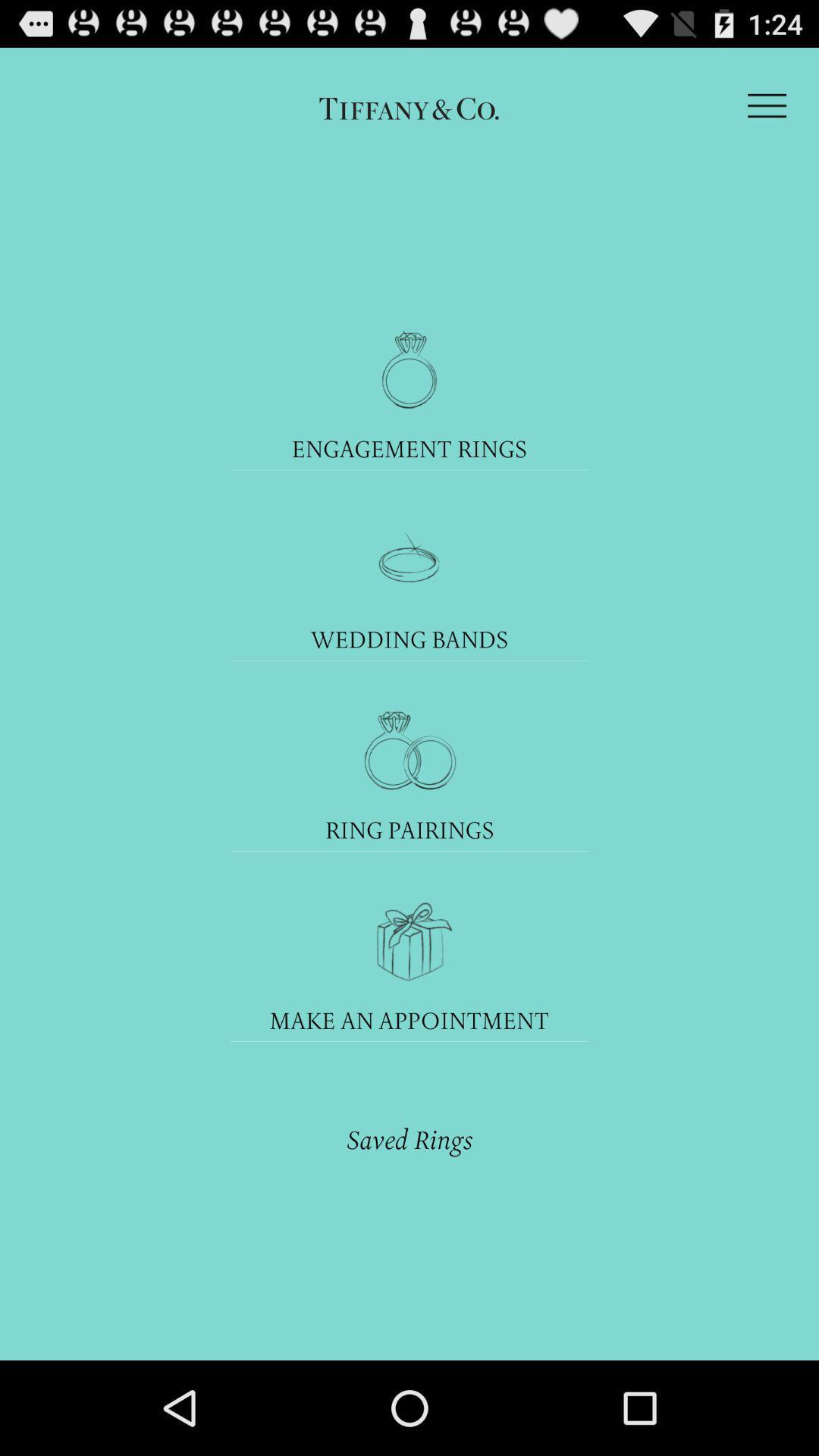  I want to click on the menu icon, so click(767, 112).